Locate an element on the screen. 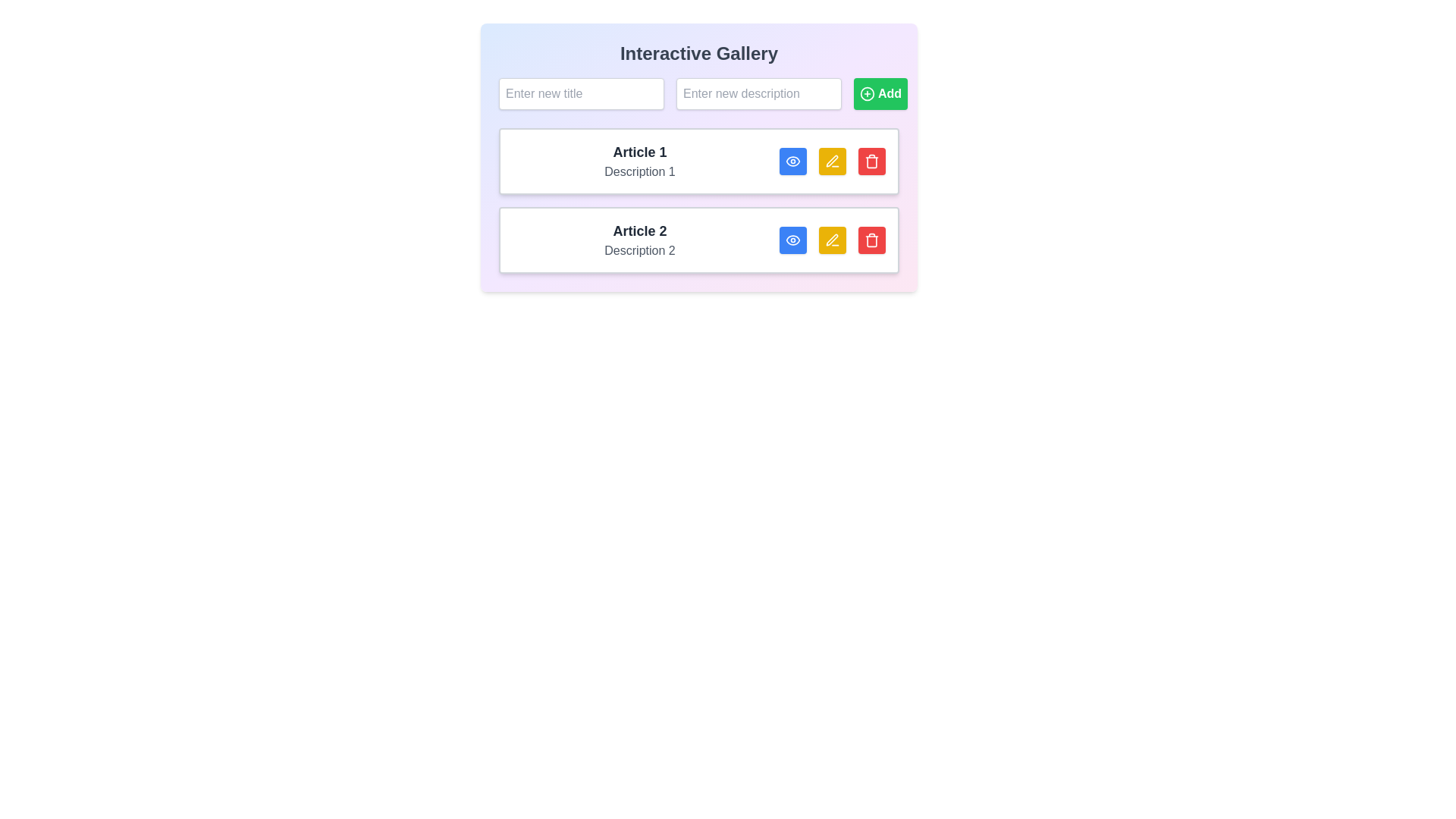  the text block displaying 'Article 1' and 'Description 1' is located at coordinates (640, 161).